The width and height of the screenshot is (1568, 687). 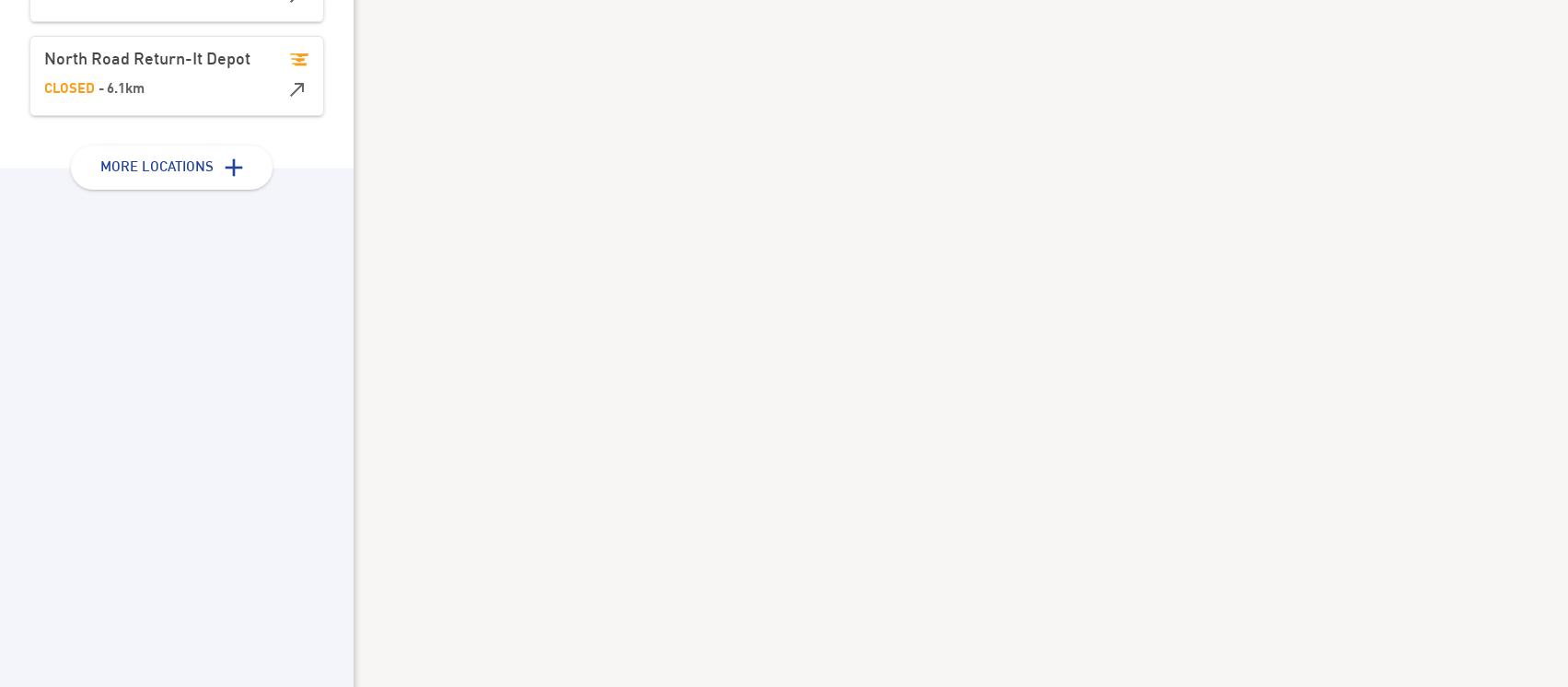 What do you see at coordinates (589, 164) in the screenshot?
I see `'Gable Top'` at bounding box center [589, 164].